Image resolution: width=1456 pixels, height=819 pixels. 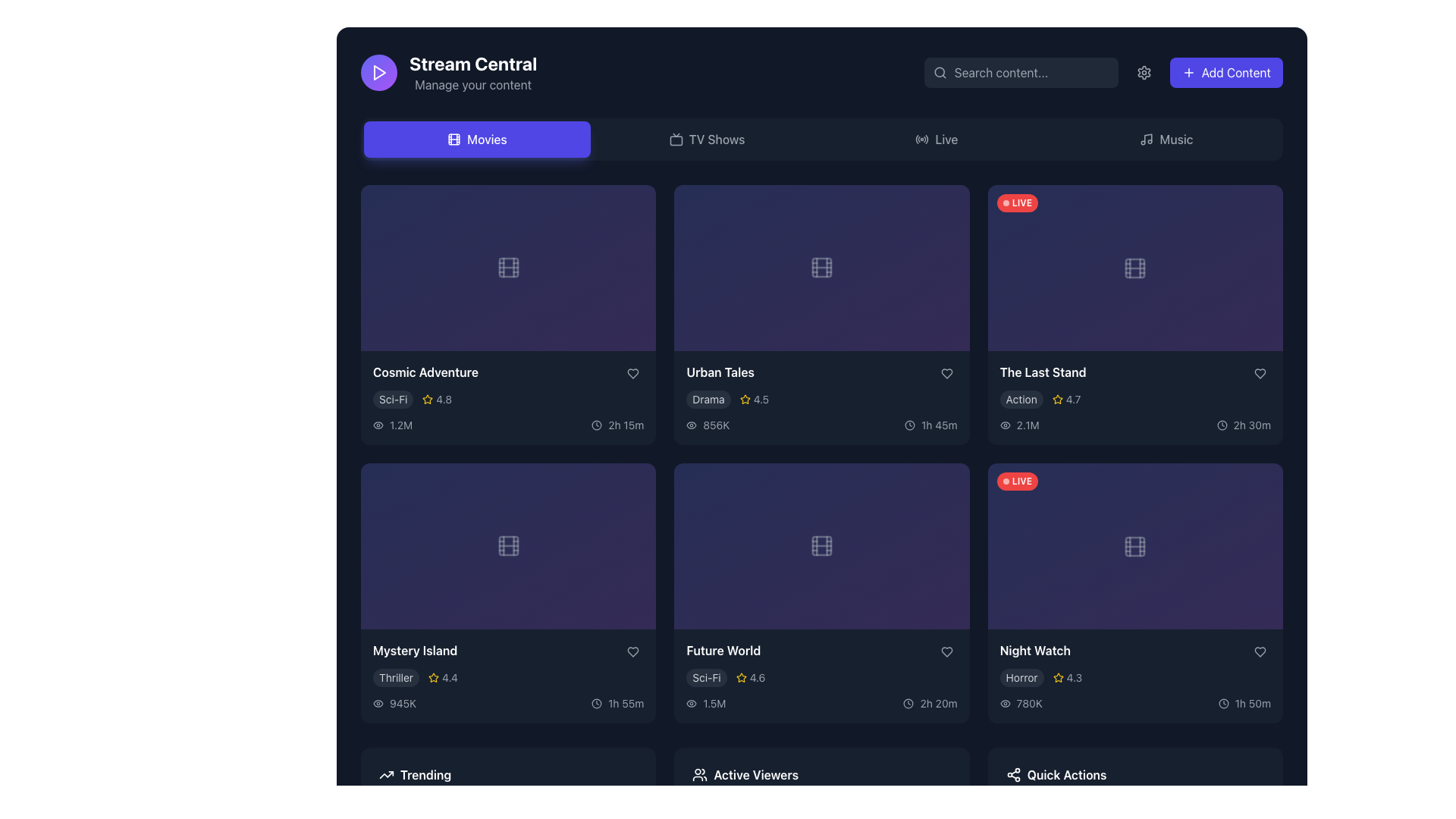 I want to click on the yellow star icon representing the rating system located in the 'Mystery Island' card layout, so click(x=433, y=677).